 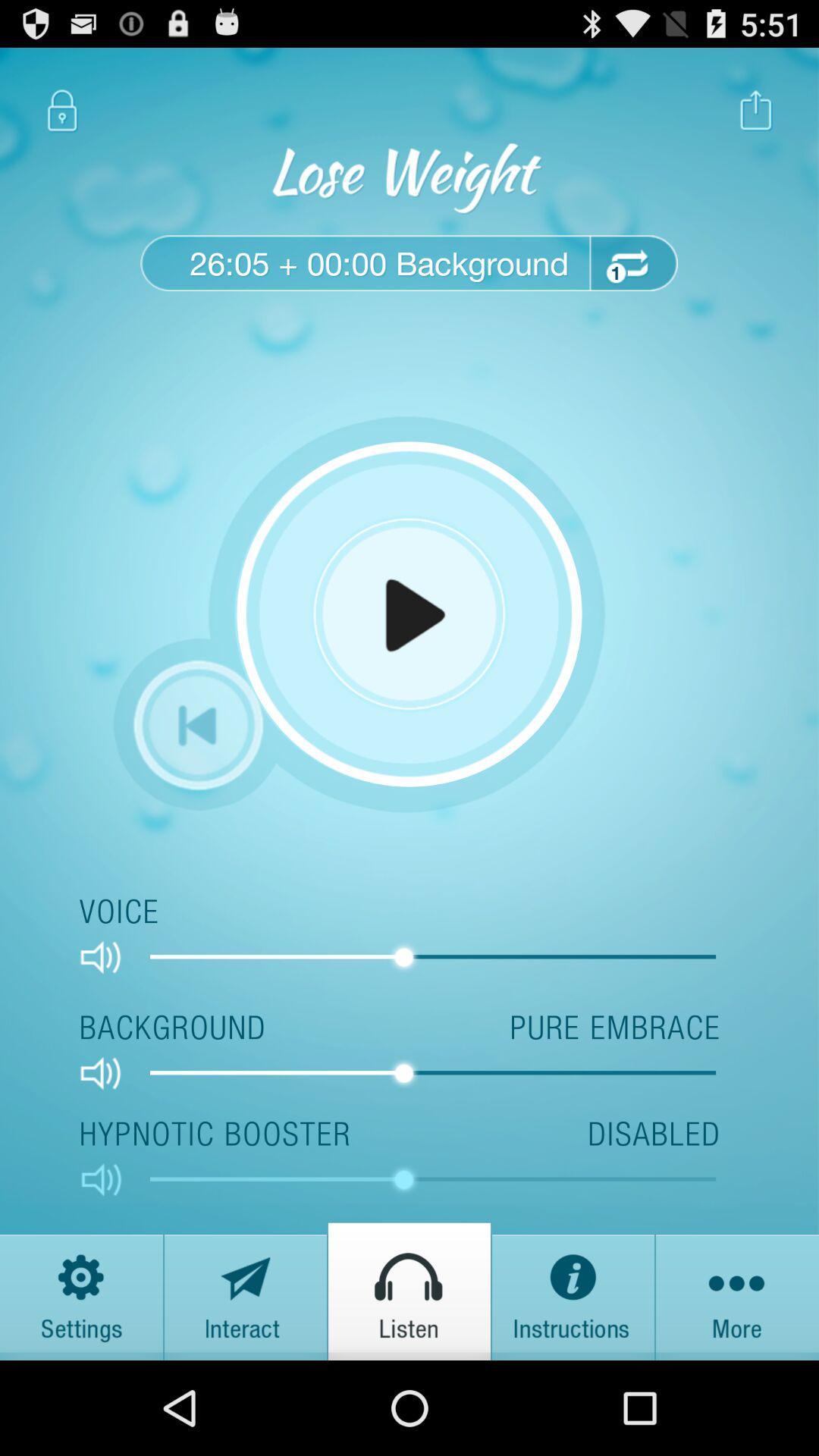 What do you see at coordinates (197, 776) in the screenshot?
I see `the skip_previous icon` at bounding box center [197, 776].